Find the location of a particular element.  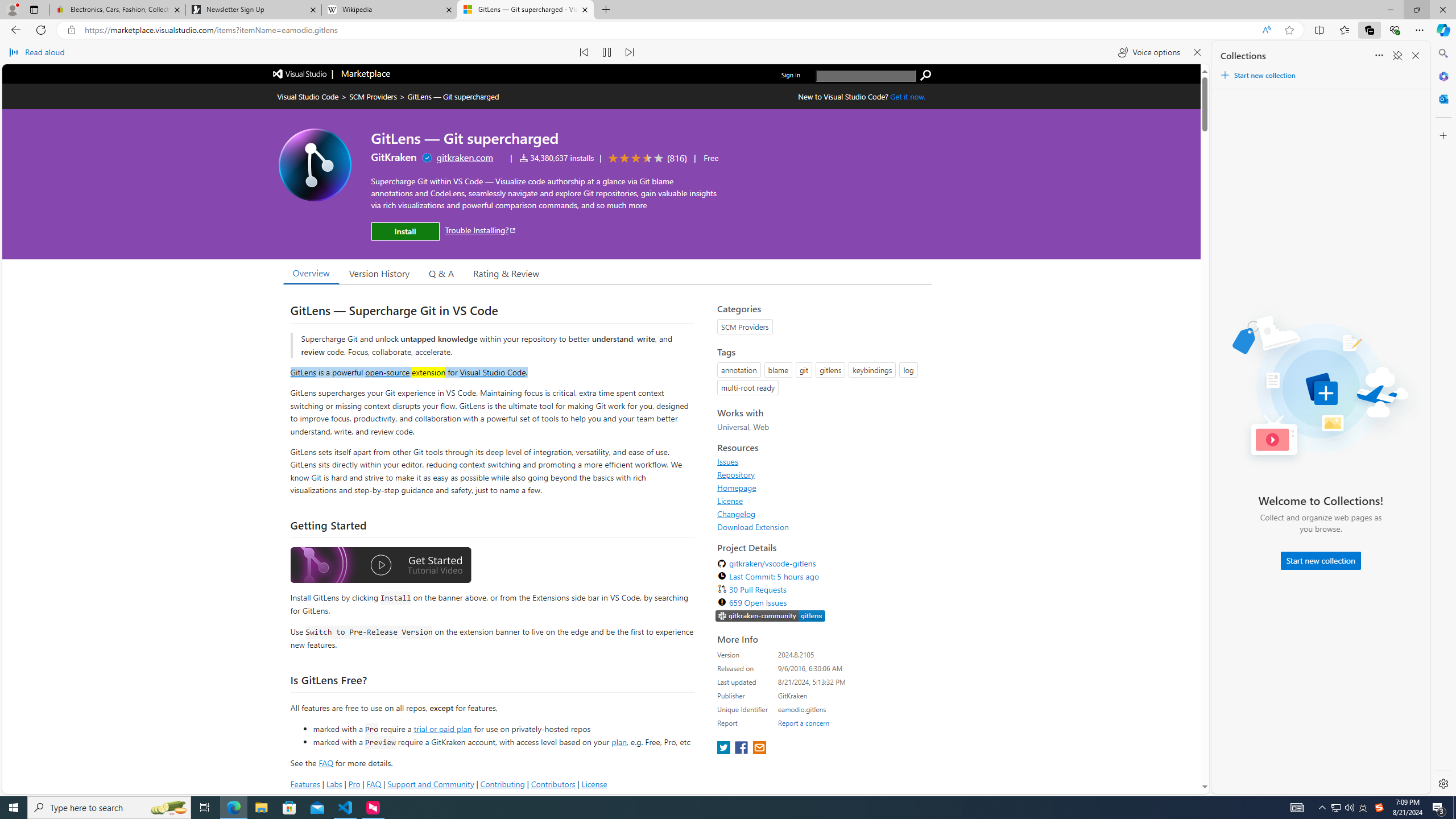

'search' is located at coordinates (925, 75).